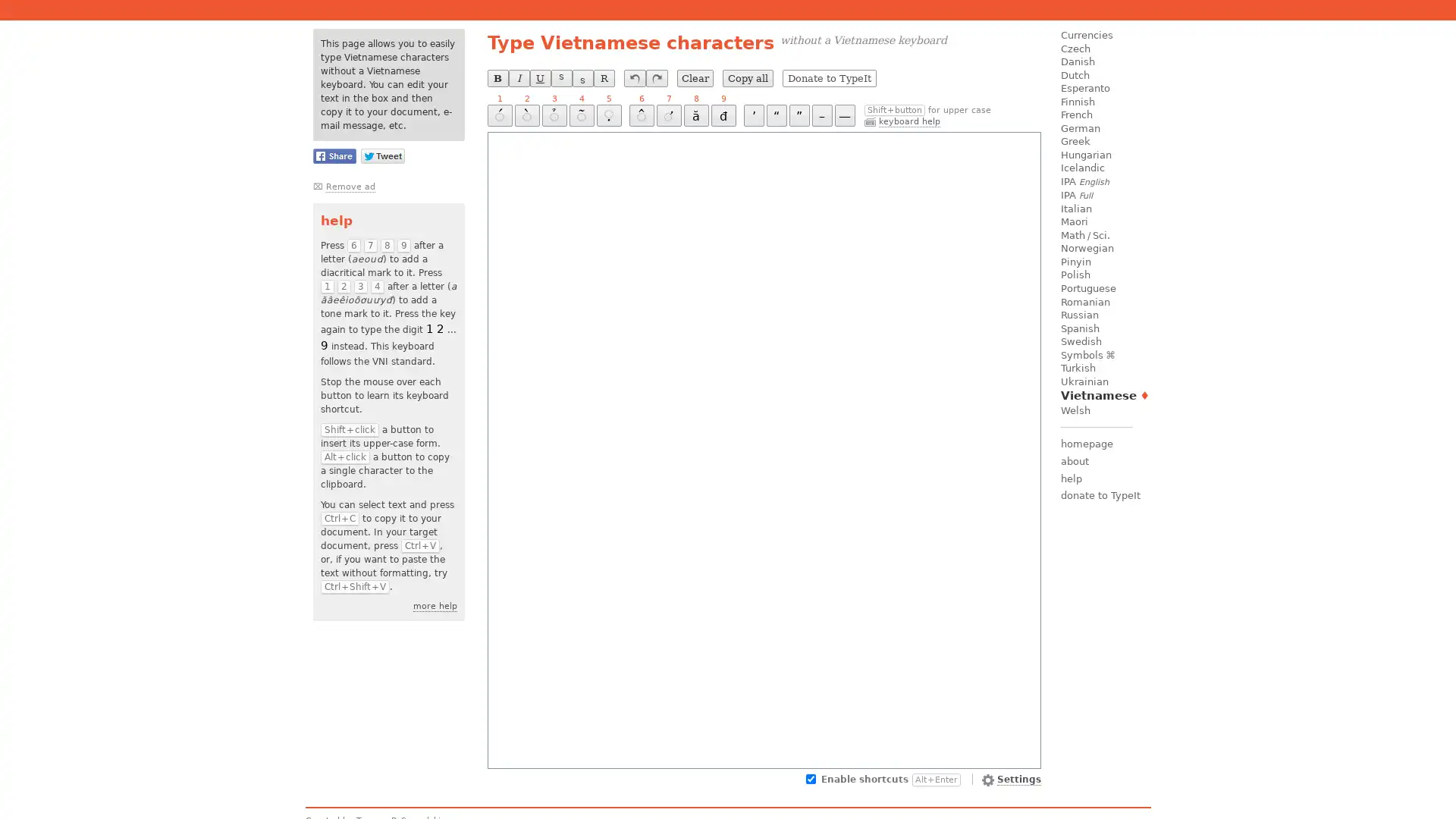 The image size is (1456, 819). What do you see at coordinates (656, 78) in the screenshot?
I see `redo last undone operation (Ctrl+Y)` at bounding box center [656, 78].